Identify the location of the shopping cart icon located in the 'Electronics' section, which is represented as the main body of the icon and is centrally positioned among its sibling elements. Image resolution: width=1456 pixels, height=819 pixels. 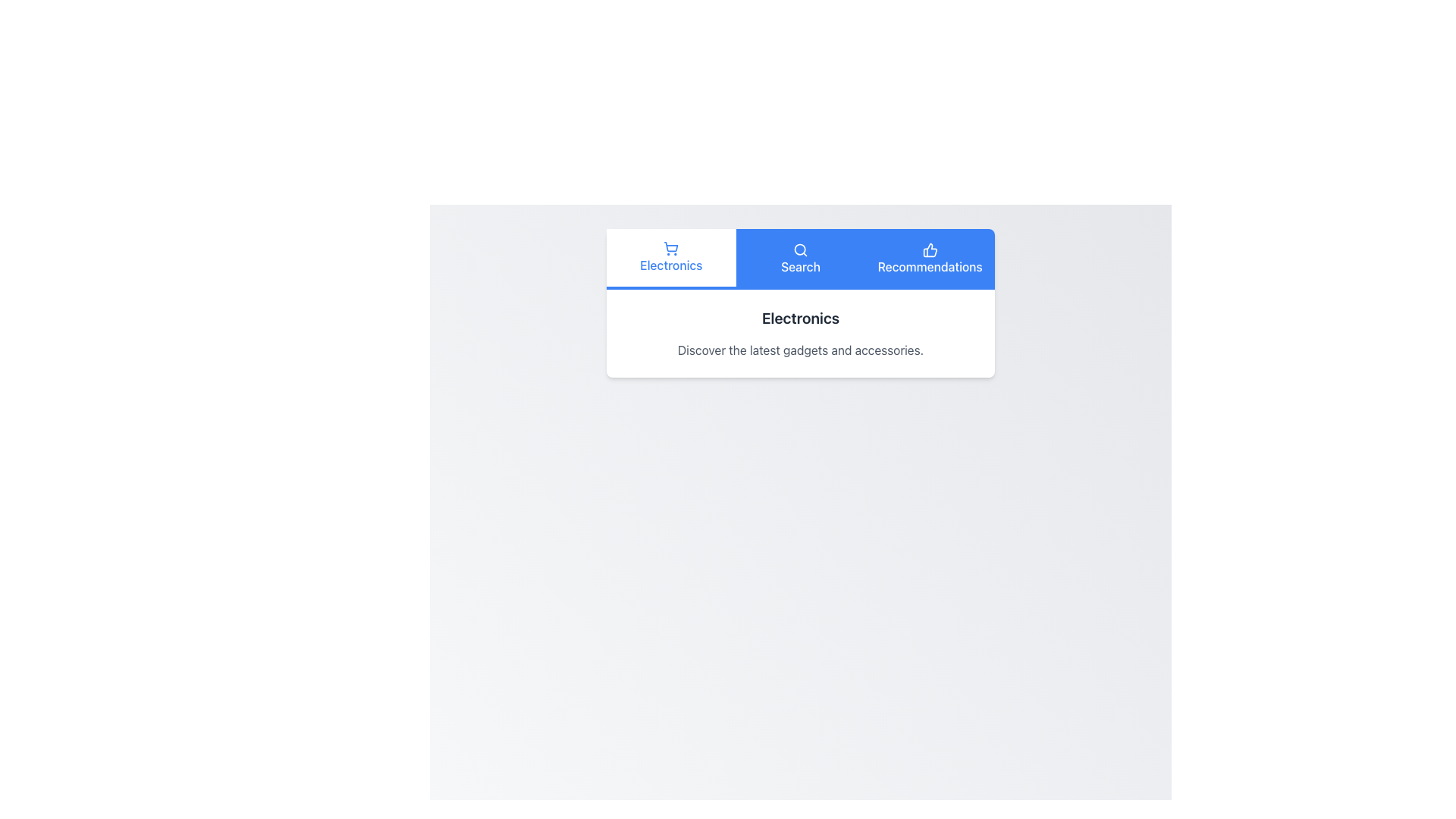
(670, 246).